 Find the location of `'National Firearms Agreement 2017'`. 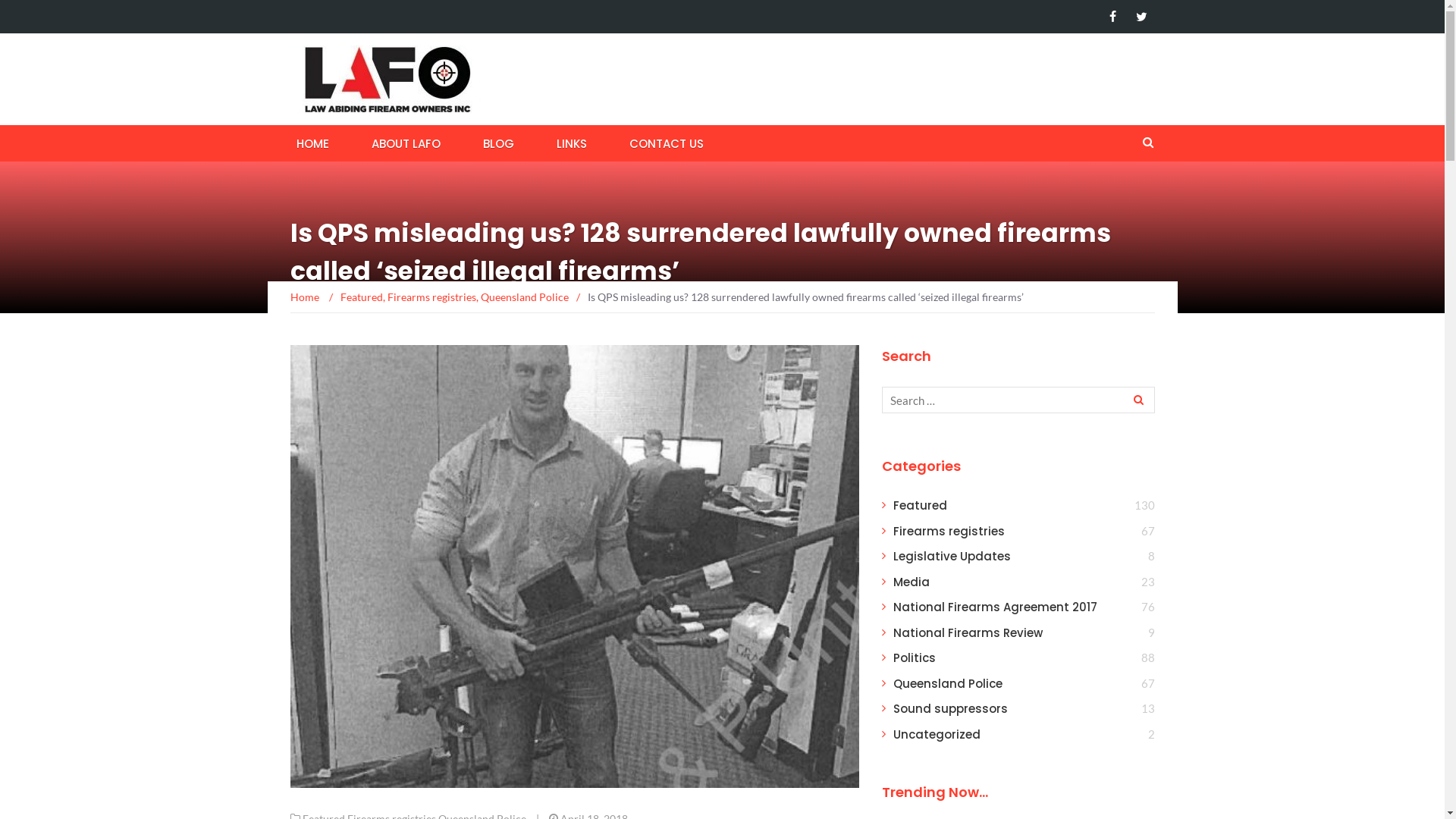

'National Firearms Agreement 2017' is located at coordinates (995, 606).